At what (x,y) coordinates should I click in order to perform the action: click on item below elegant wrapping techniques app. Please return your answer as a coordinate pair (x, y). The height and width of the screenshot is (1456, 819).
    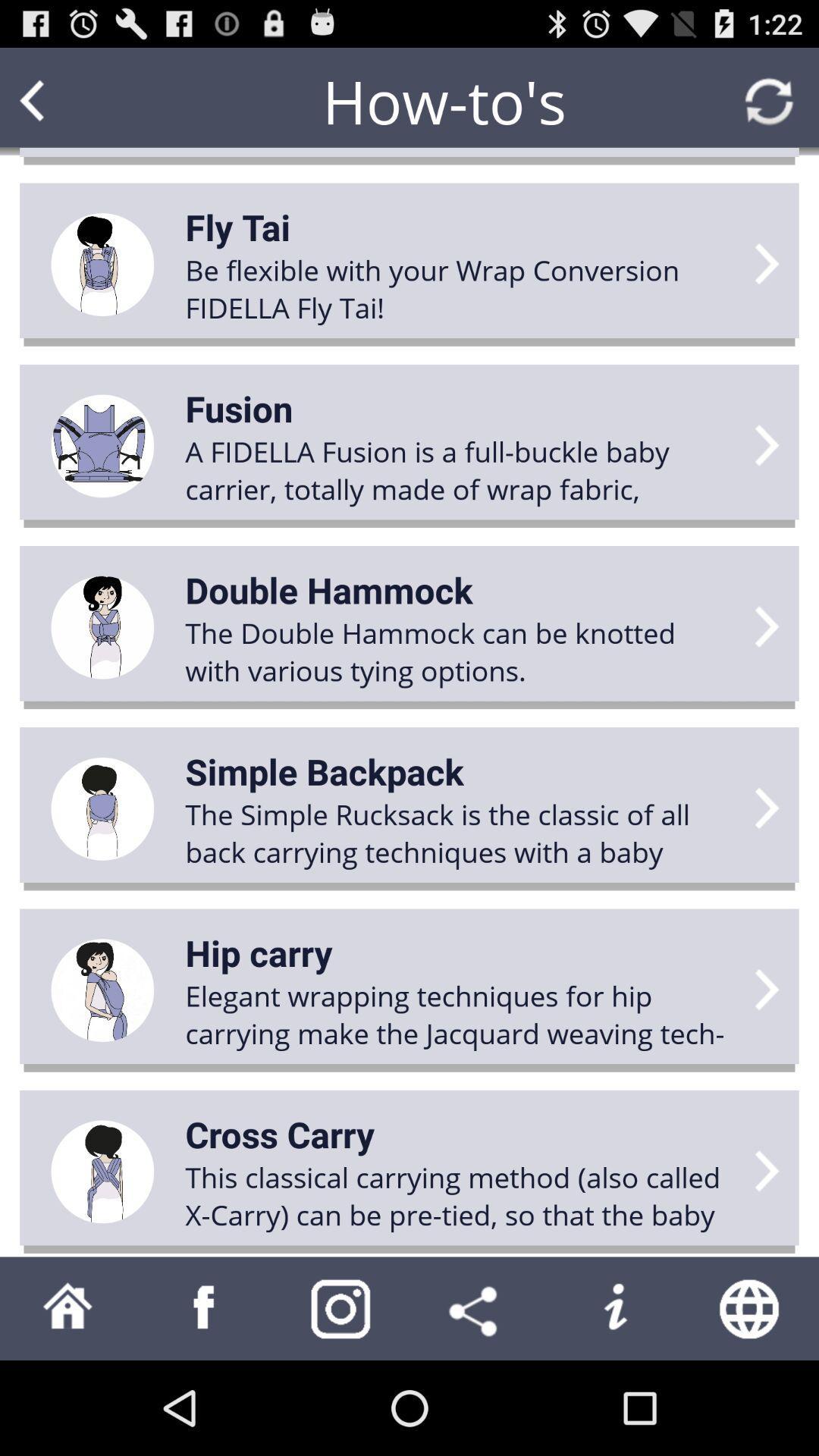
    Looking at the image, I should click on (280, 1134).